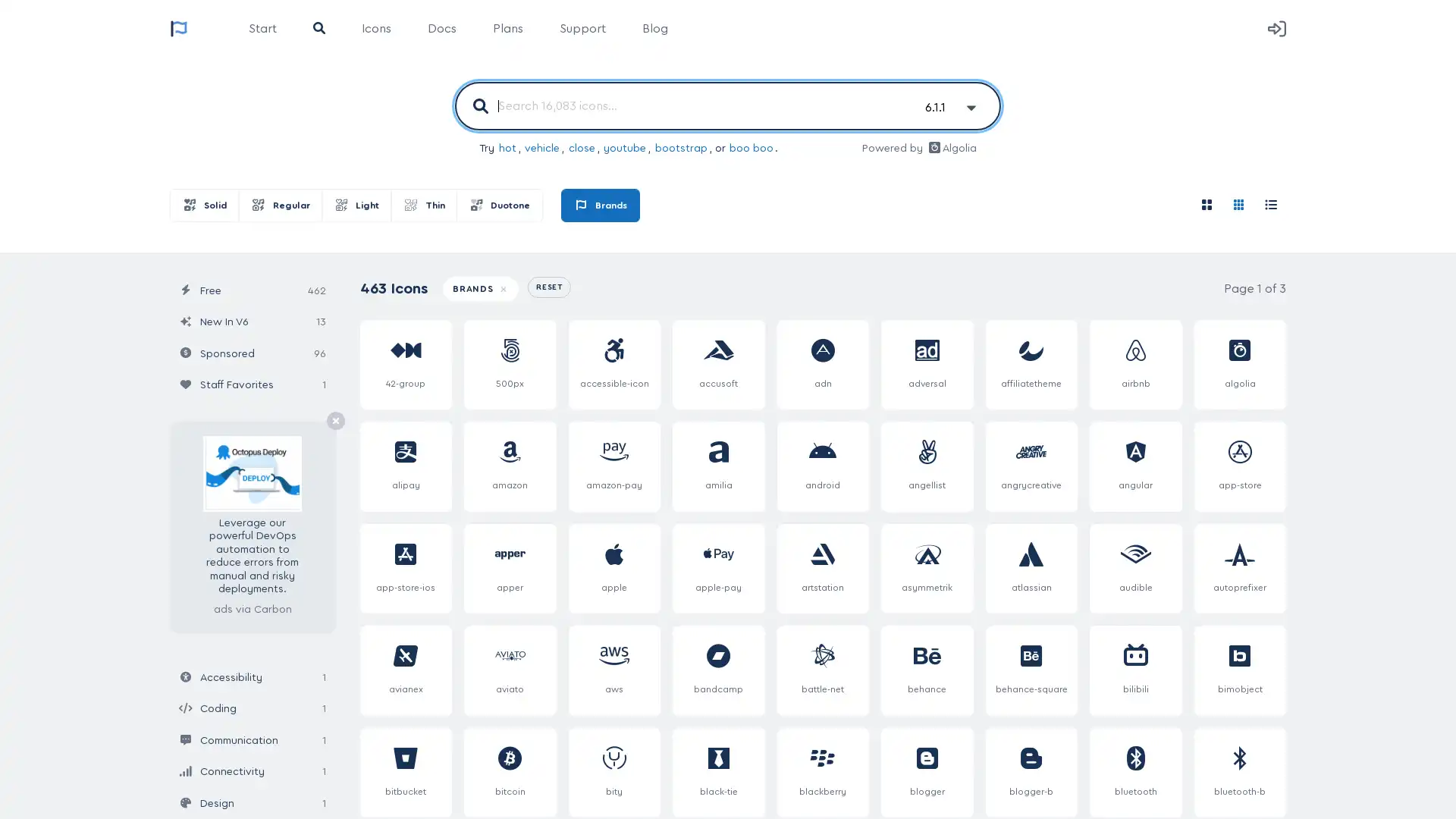  Describe the element at coordinates (614, 375) in the screenshot. I see `accessible-icon` at that location.